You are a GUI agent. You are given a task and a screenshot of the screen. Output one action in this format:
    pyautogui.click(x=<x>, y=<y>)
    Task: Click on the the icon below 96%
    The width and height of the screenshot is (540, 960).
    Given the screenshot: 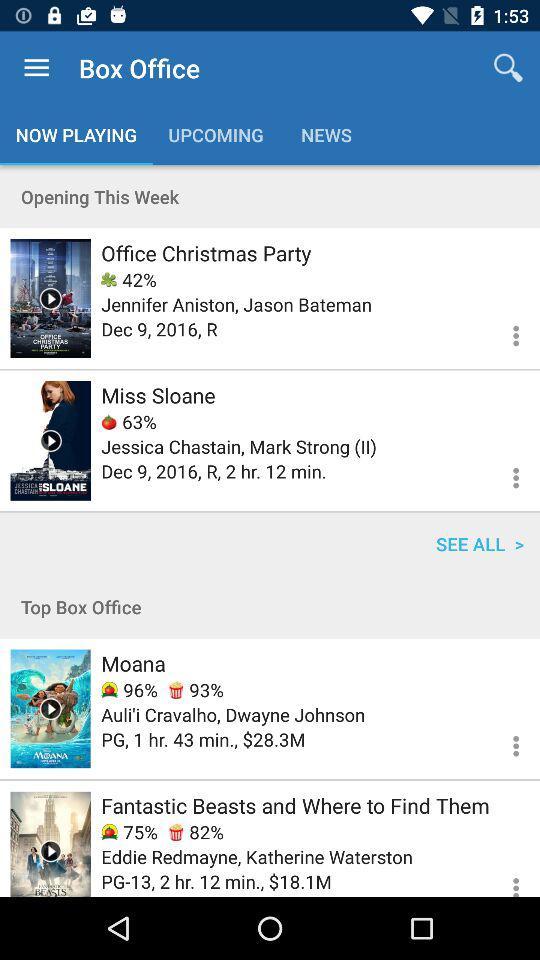 What is the action you would take?
    pyautogui.click(x=232, y=714)
    